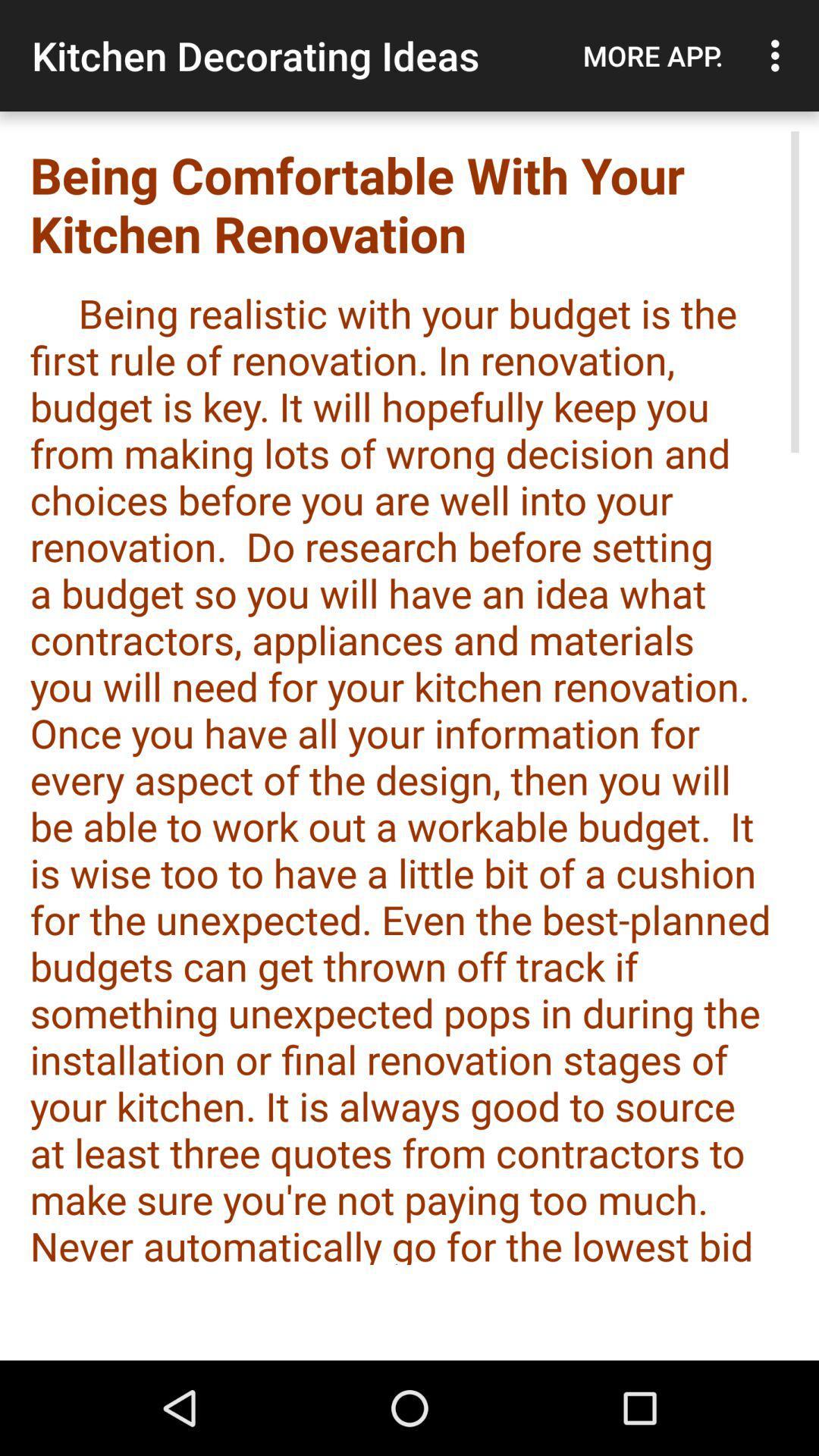  I want to click on icon to the right of the kitchen decorating ideas app, so click(652, 55).